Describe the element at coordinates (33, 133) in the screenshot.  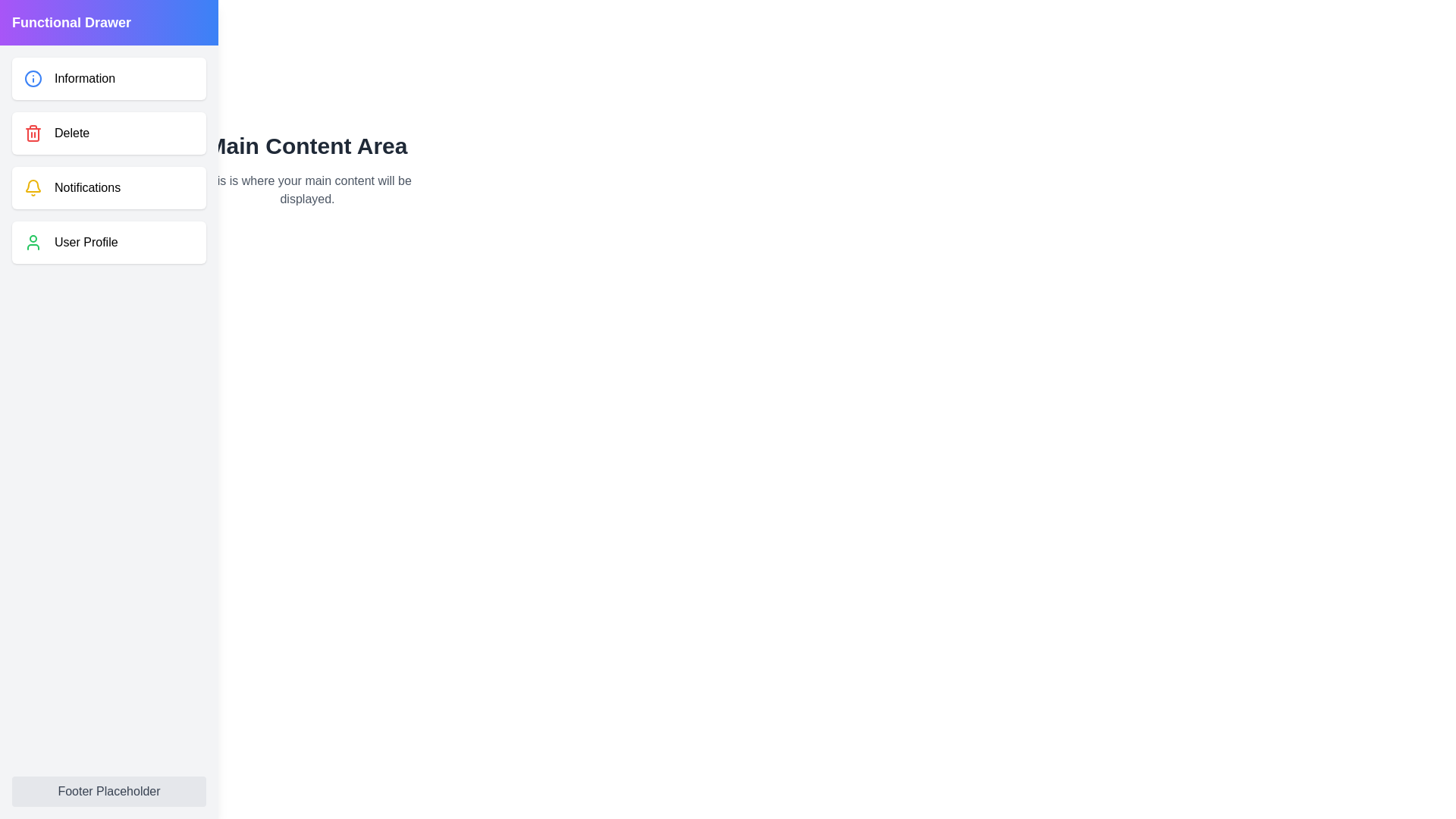
I see `the trash icon graphic component which is part of the 'Delete' button located in the left sidebar, positioned second from the top` at that location.